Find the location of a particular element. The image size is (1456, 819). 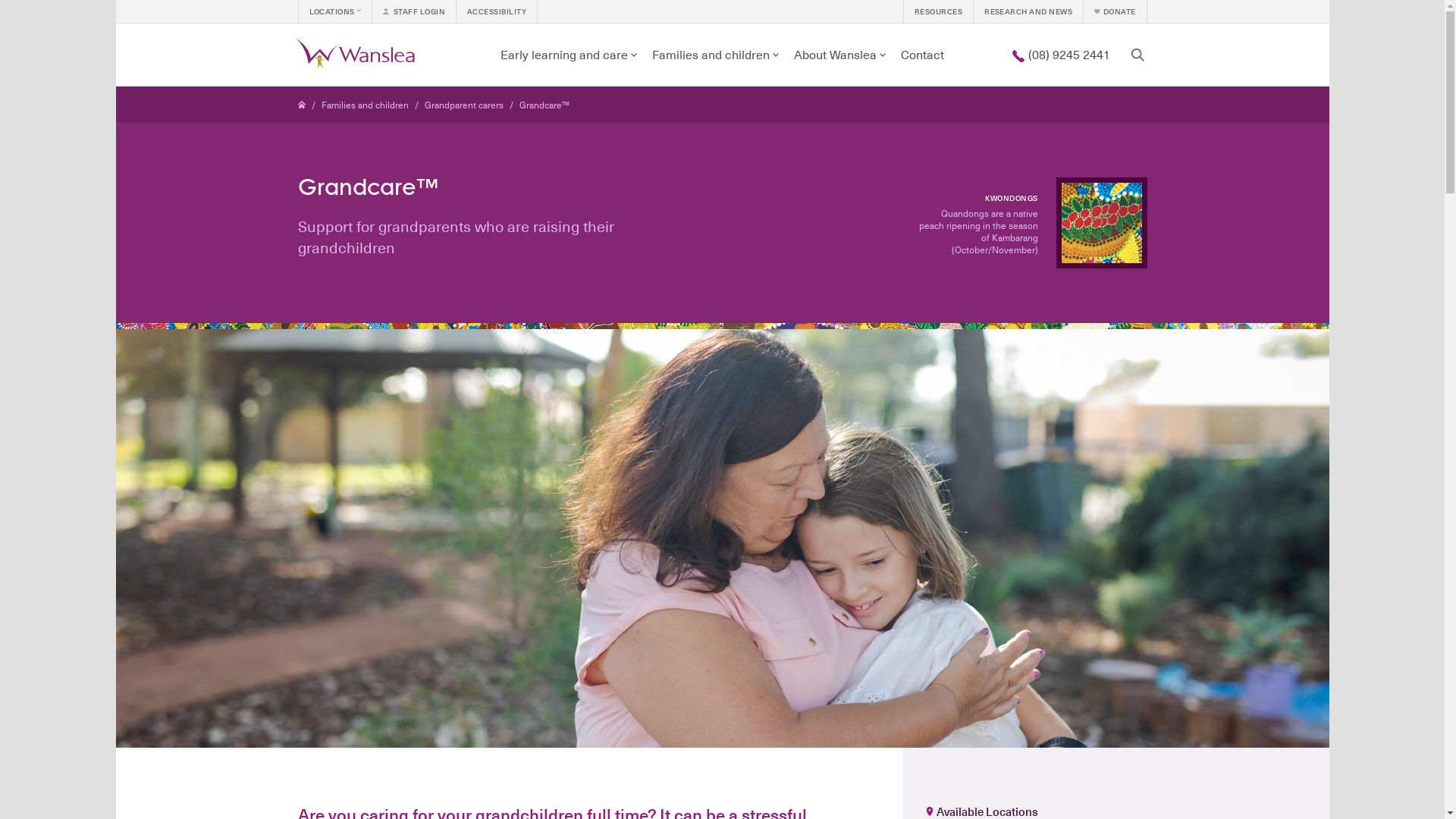

'Contact' is located at coordinates (893, 54).